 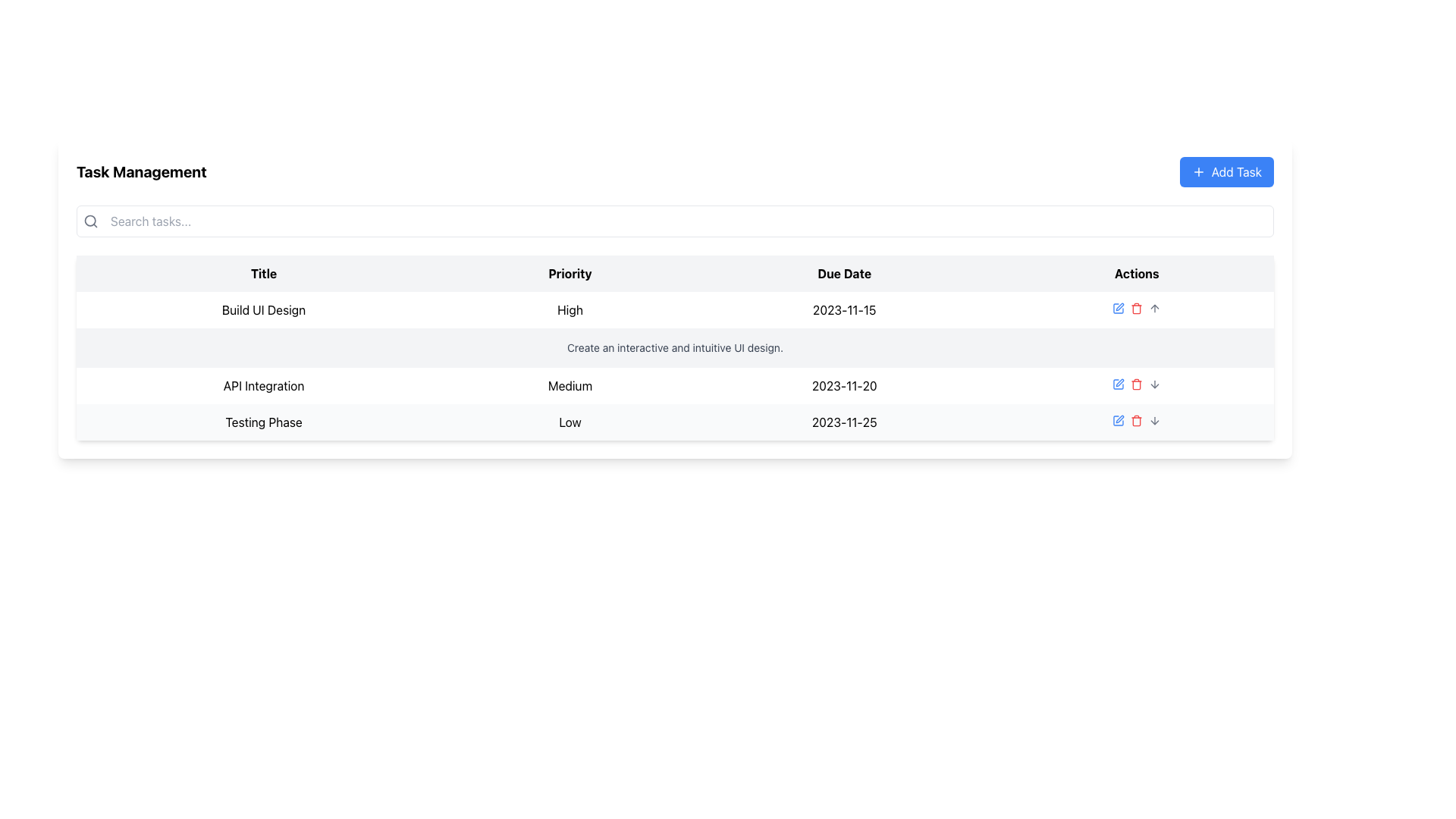 I want to click on the delete icon button, which is the third action button in the Actions column of the third row in the table, so click(x=1136, y=421).